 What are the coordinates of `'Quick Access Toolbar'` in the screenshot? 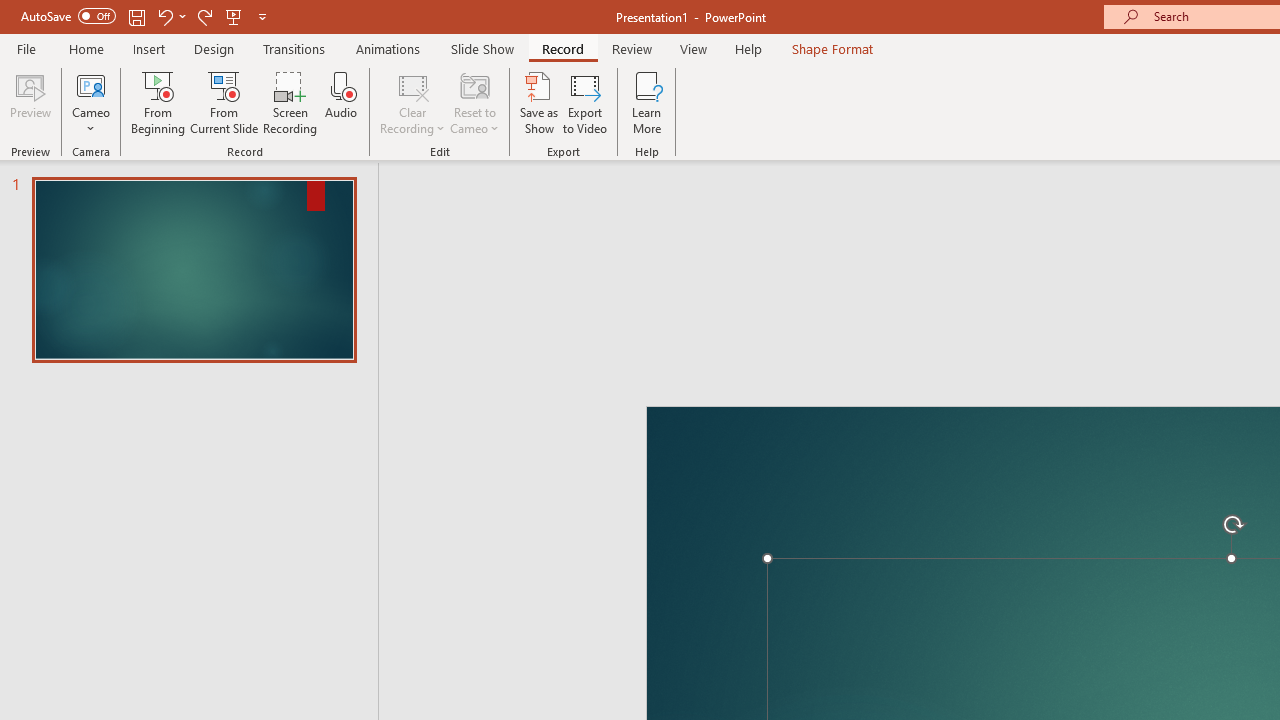 It's located at (144, 16).